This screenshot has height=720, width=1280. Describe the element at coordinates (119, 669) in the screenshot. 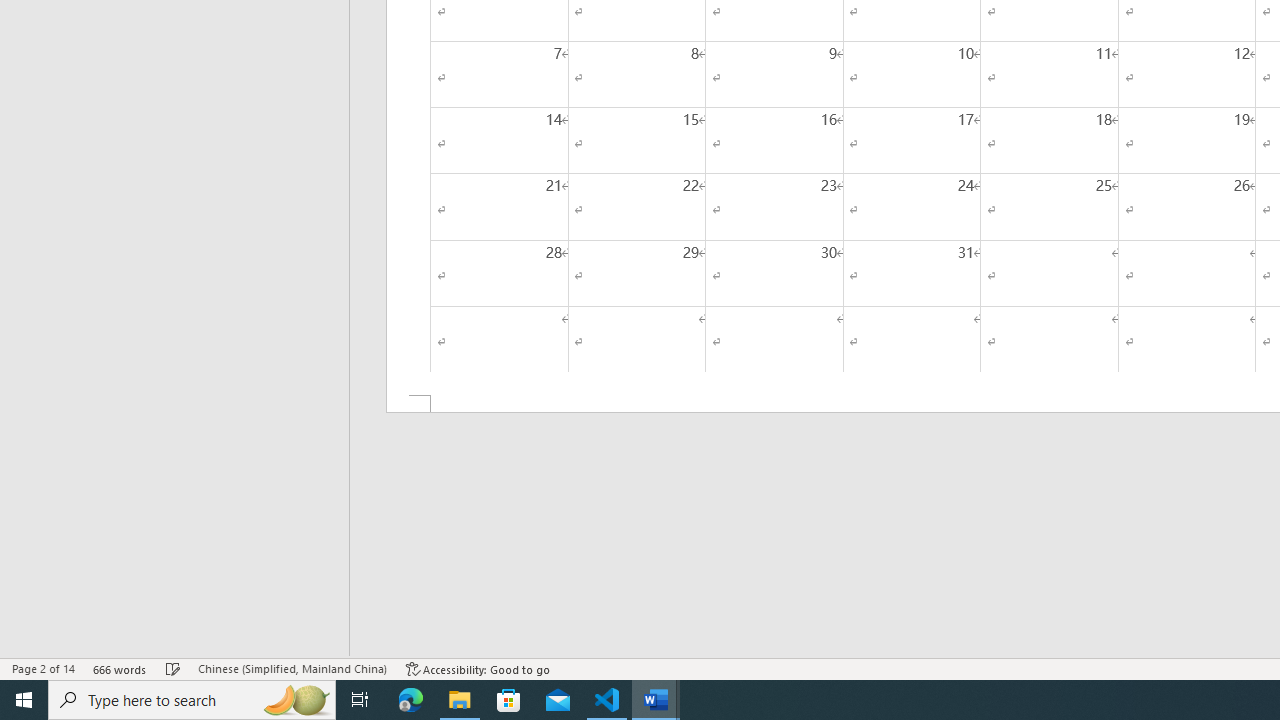

I see `'Word Count 666 words'` at that location.